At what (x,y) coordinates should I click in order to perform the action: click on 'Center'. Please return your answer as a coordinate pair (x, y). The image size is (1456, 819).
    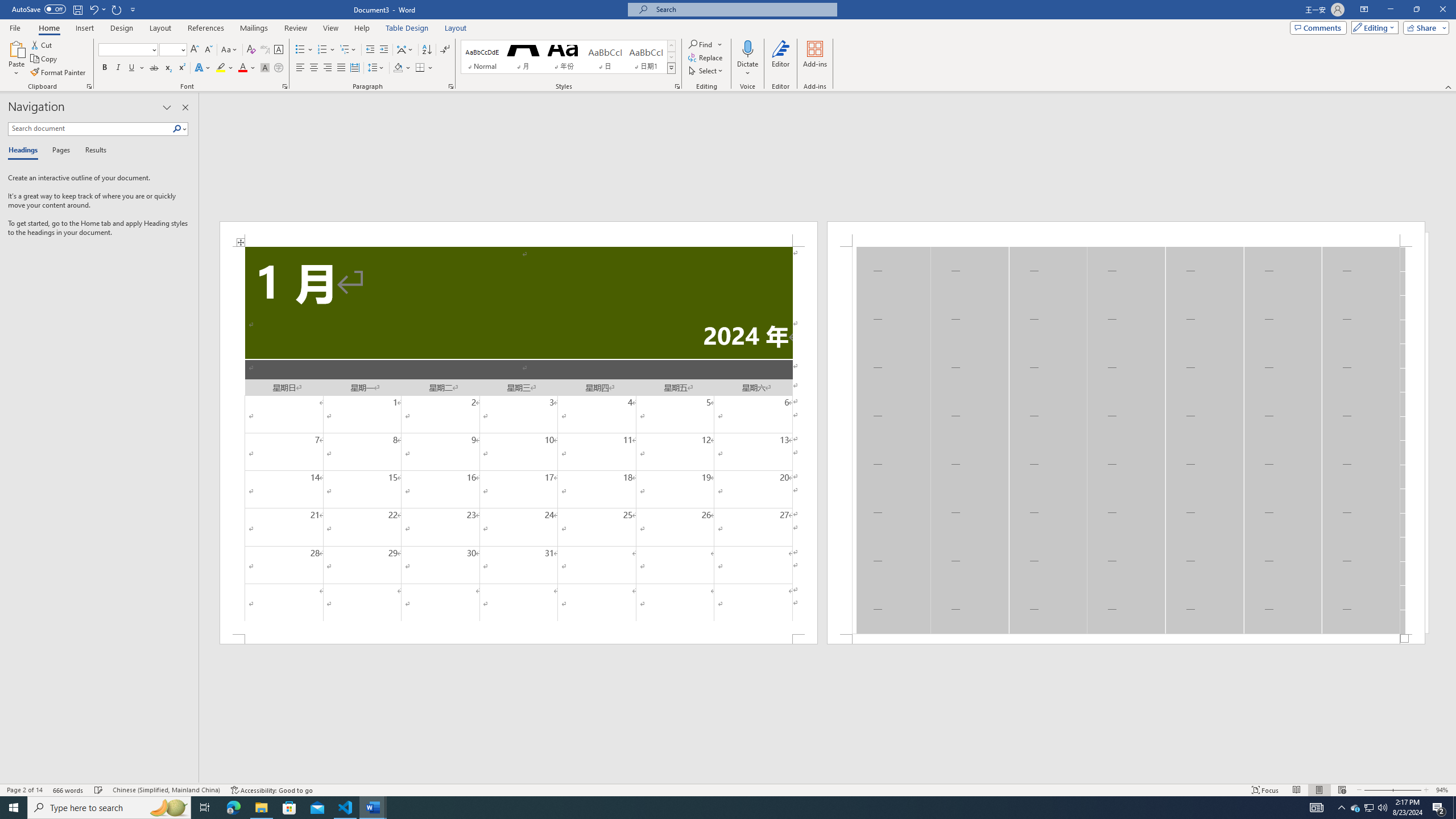
    Looking at the image, I should click on (313, 67).